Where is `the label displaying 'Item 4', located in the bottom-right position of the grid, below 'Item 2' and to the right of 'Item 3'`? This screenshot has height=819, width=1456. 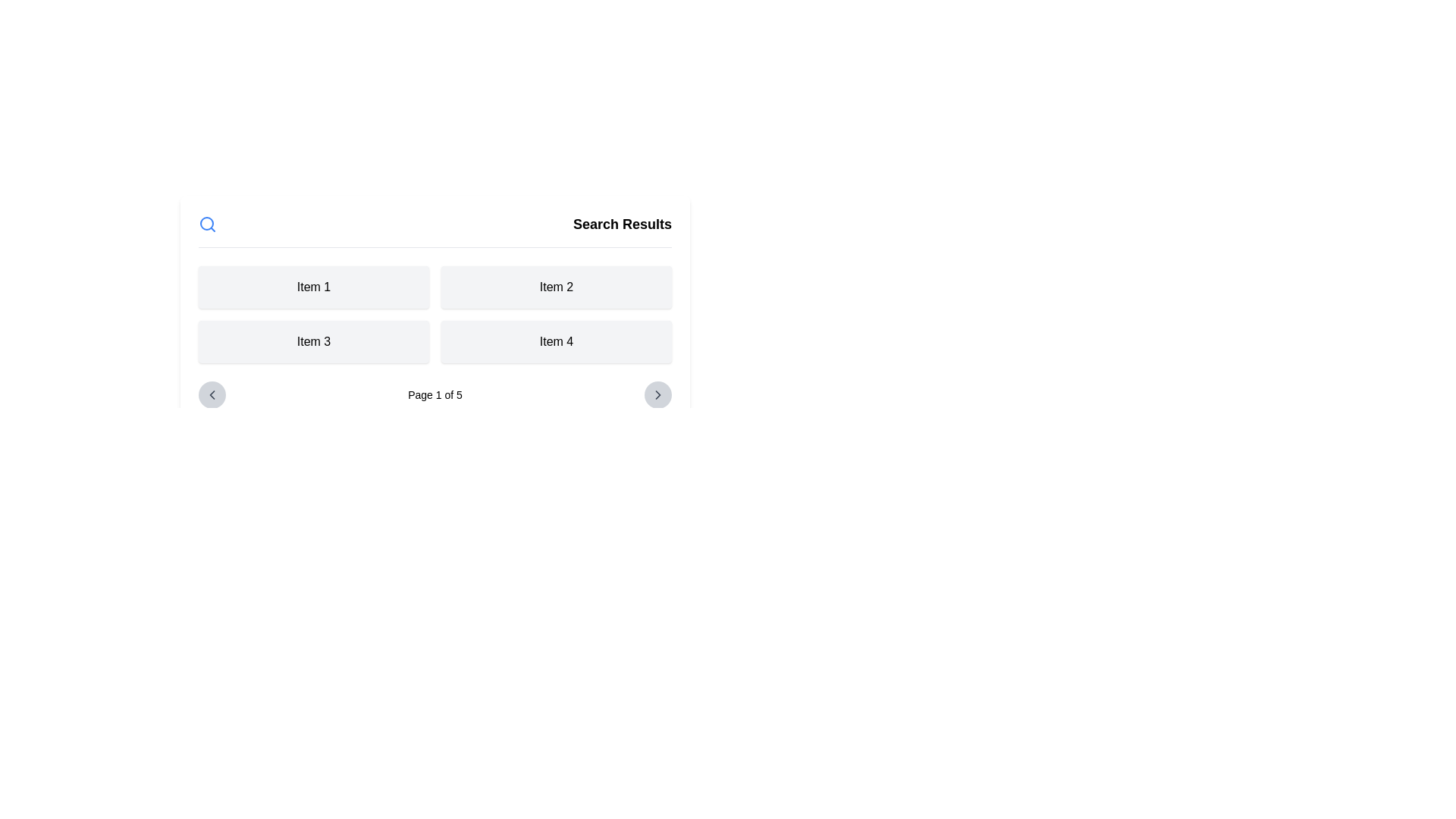
the label displaying 'Item 4', located in the bottom-right position of the grid, below 'Item 2' and to the right of 'Item 3' is located at coordinates (556, 342).